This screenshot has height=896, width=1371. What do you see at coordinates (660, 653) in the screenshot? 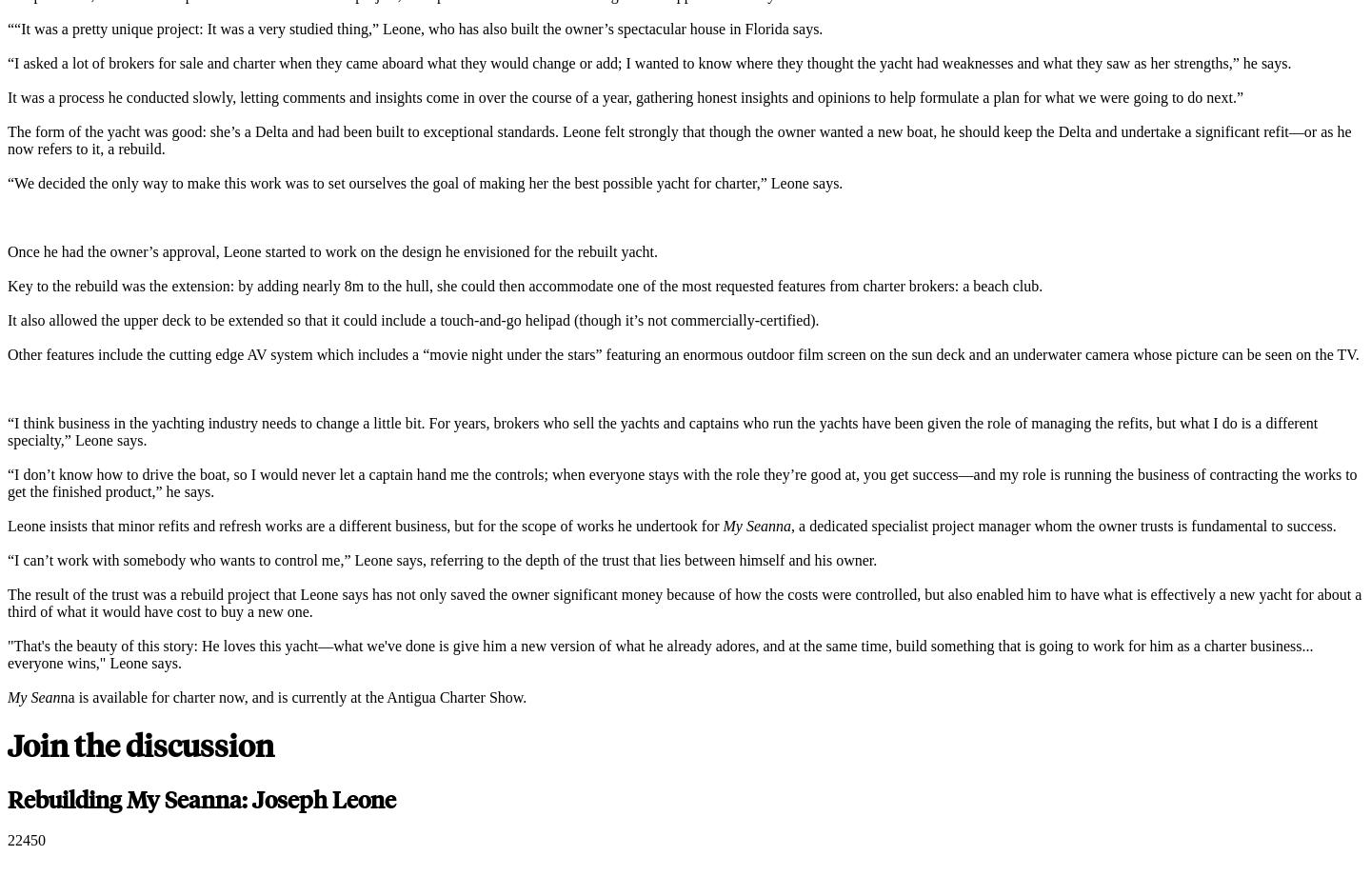
I see `'"That's the beauty of this story: He loves this yacht—what we've done is give him a new version of what he already adores, and at the same time, build something that is going to work for him as a charter business... everyone wins," Leone says.'` at bounding box center [660, 653].